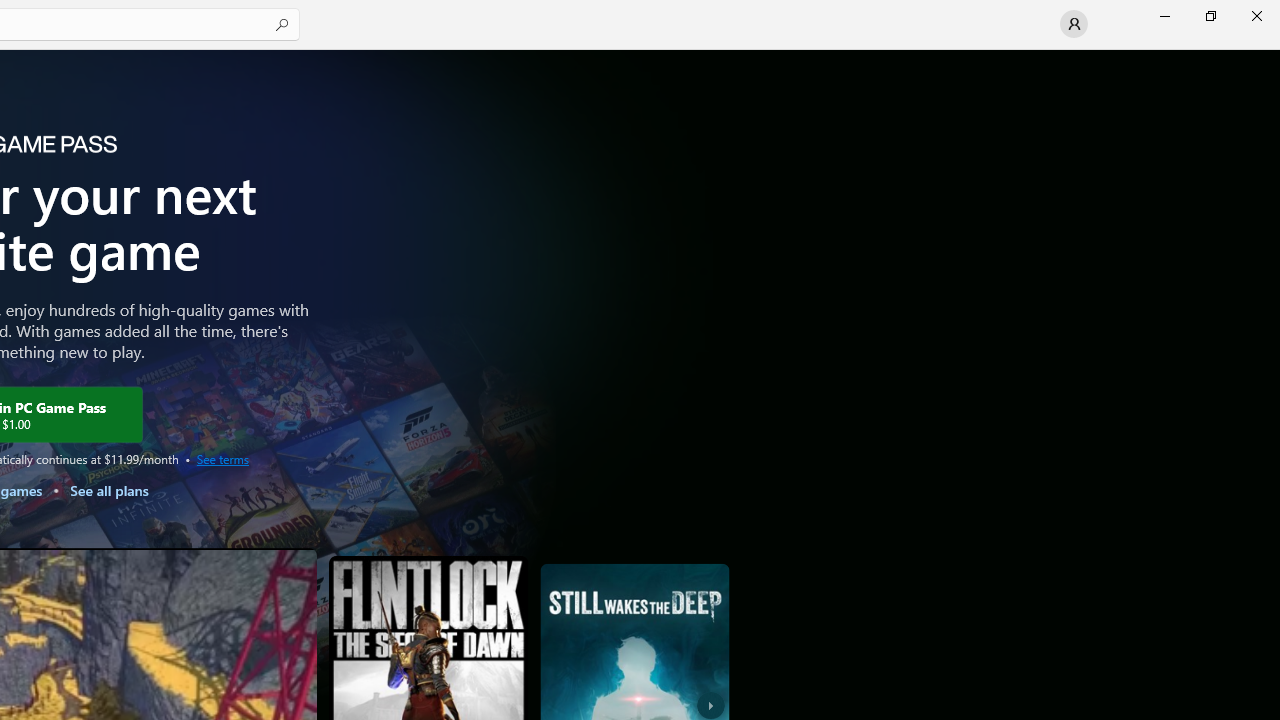 Image resolution: width=1280 pixels, height=720 pixels. Describe the element at coordinates (222, 458) in the screenshot. I see `'See terms'` at that location.